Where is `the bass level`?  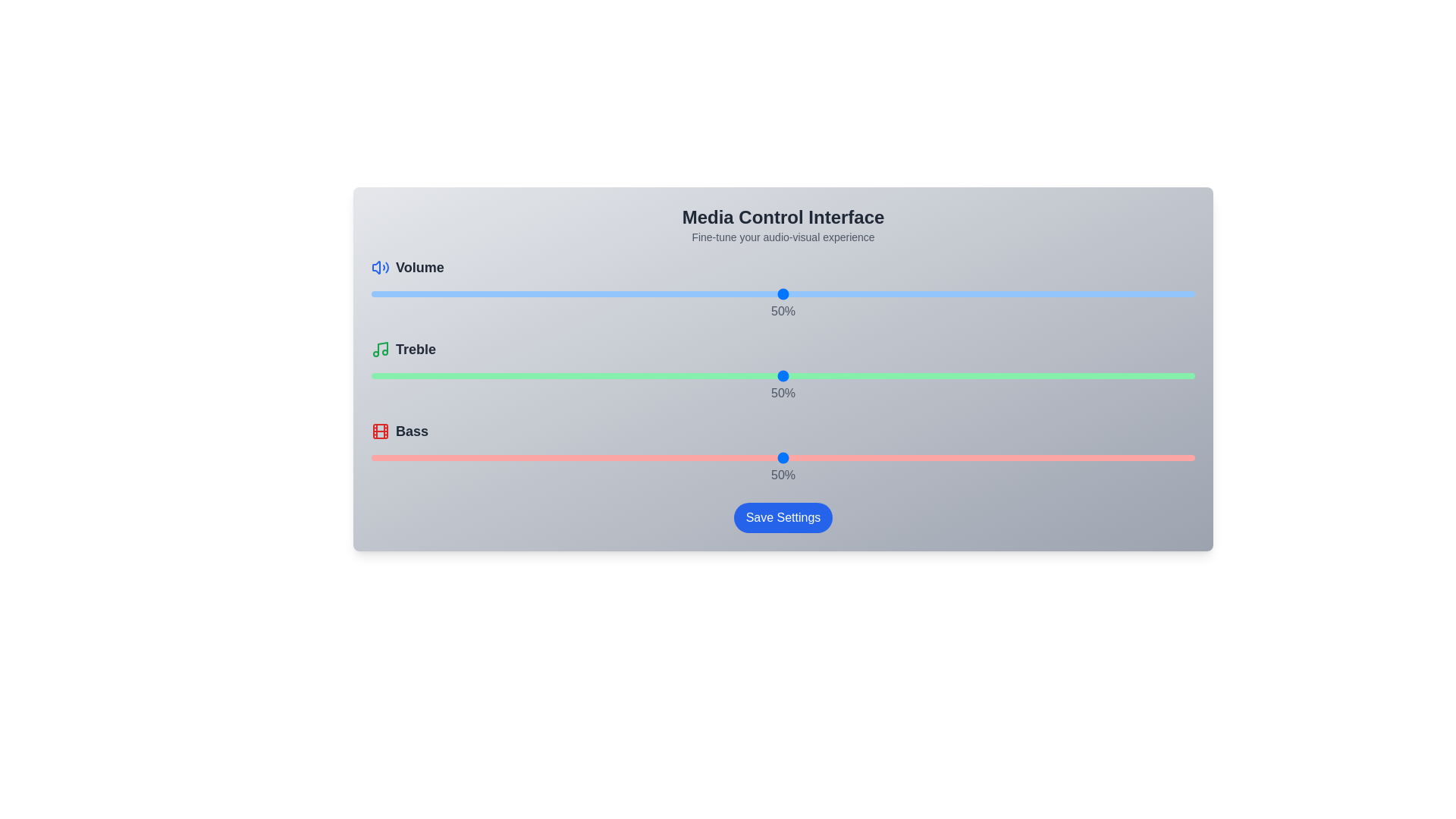
the bass level is located at coordinates (379, 457).